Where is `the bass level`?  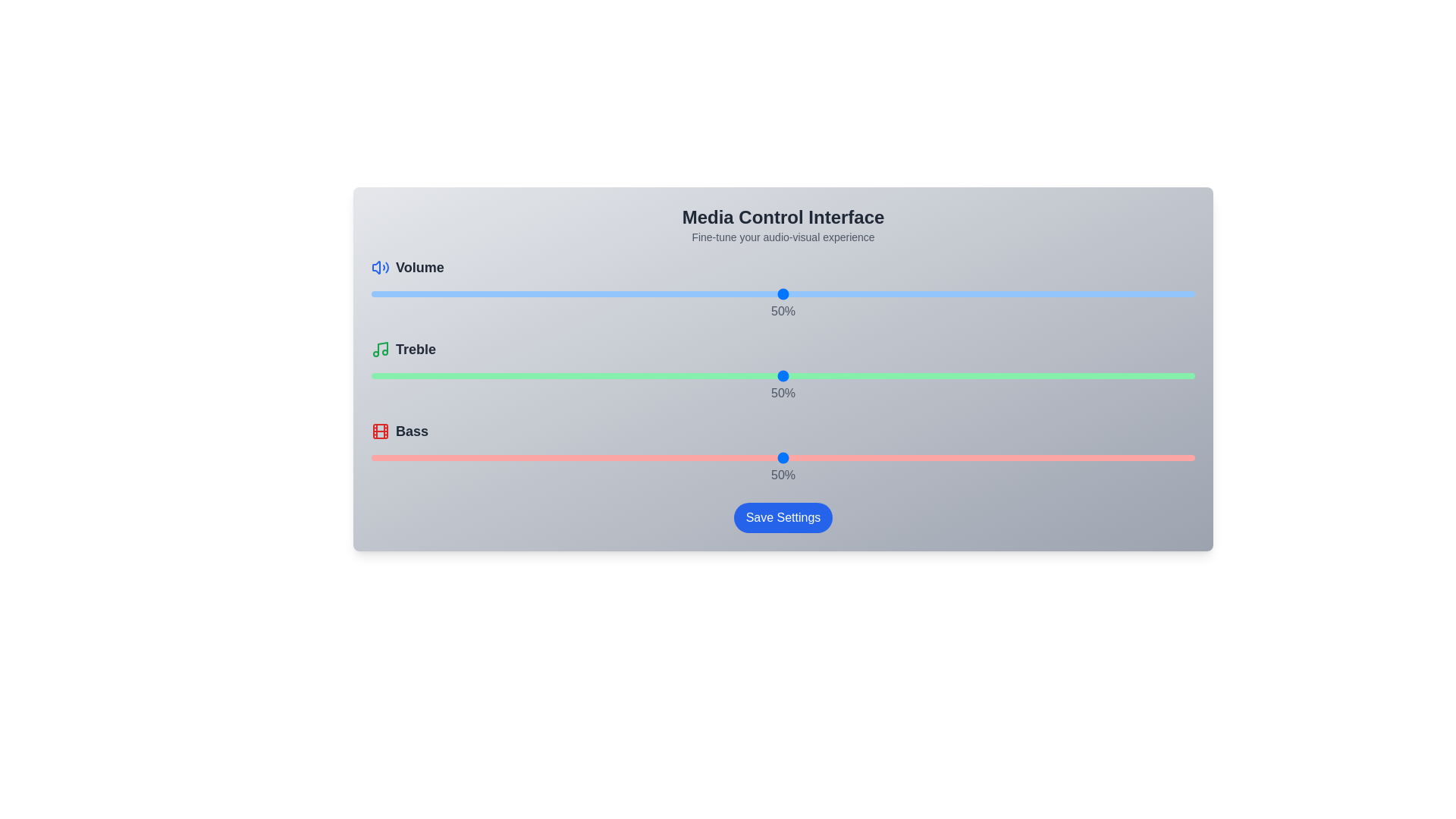
the bass level is located at coordinates (379, 457).